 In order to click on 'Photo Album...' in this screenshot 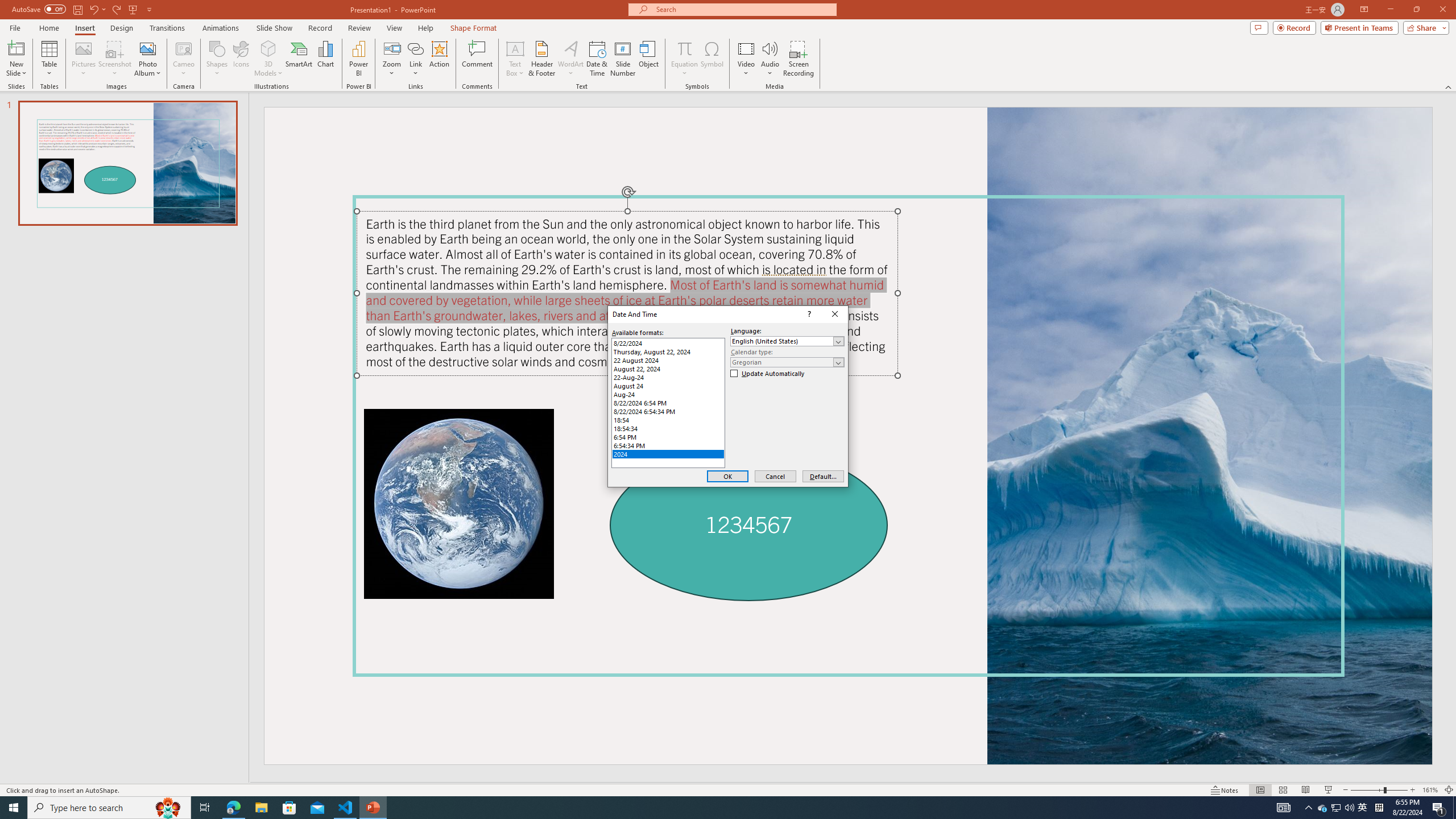, I will do `click(147, 59)`.